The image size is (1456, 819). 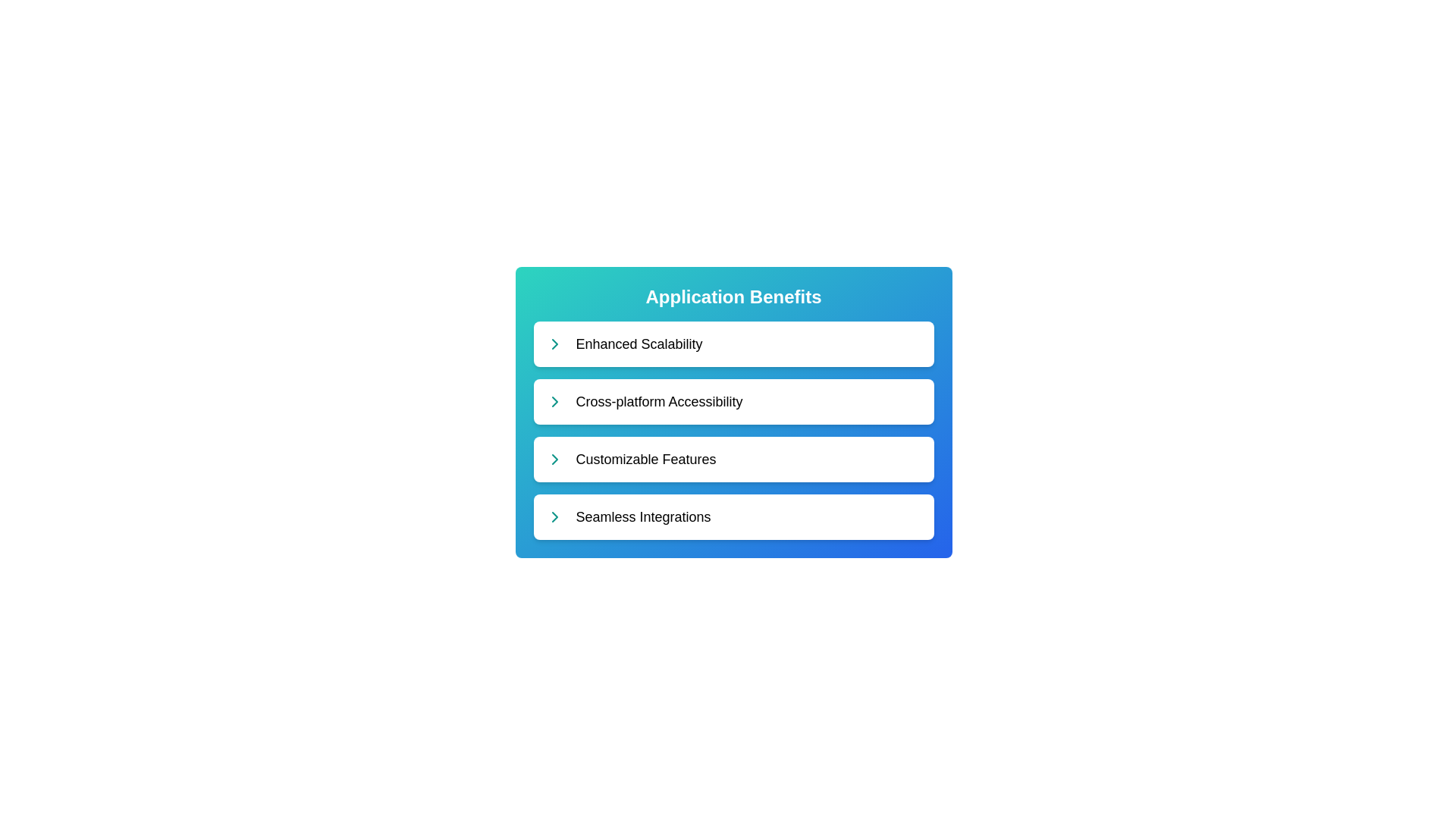 I want to click on the visual indicator icon located to the left of the text 'Cross-platform Accessibility' in the second item of the vertical list of benefits, so click(x=554, y=400).